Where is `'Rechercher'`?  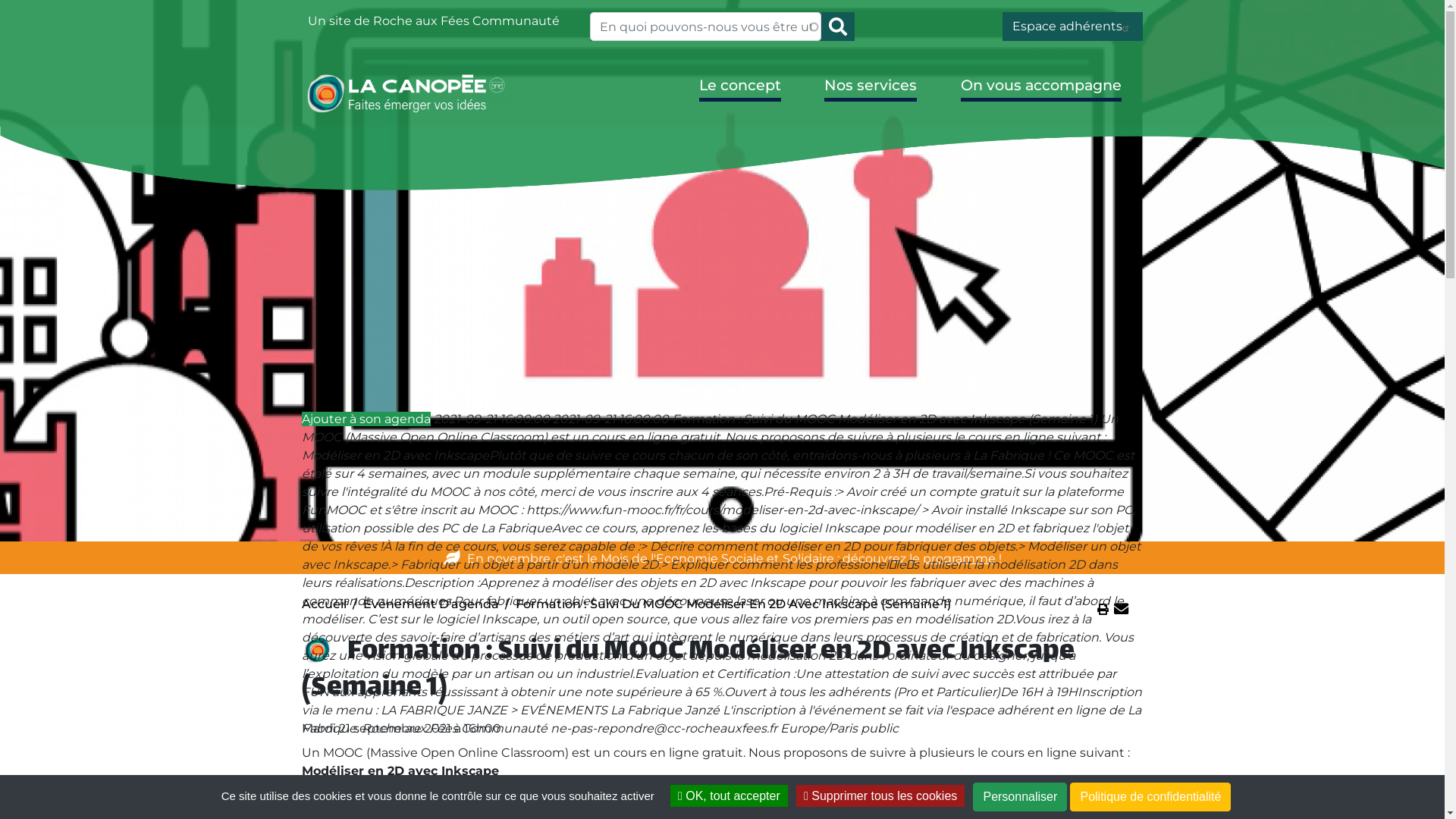 'Rechercher' is located at coordinates (836, 26).